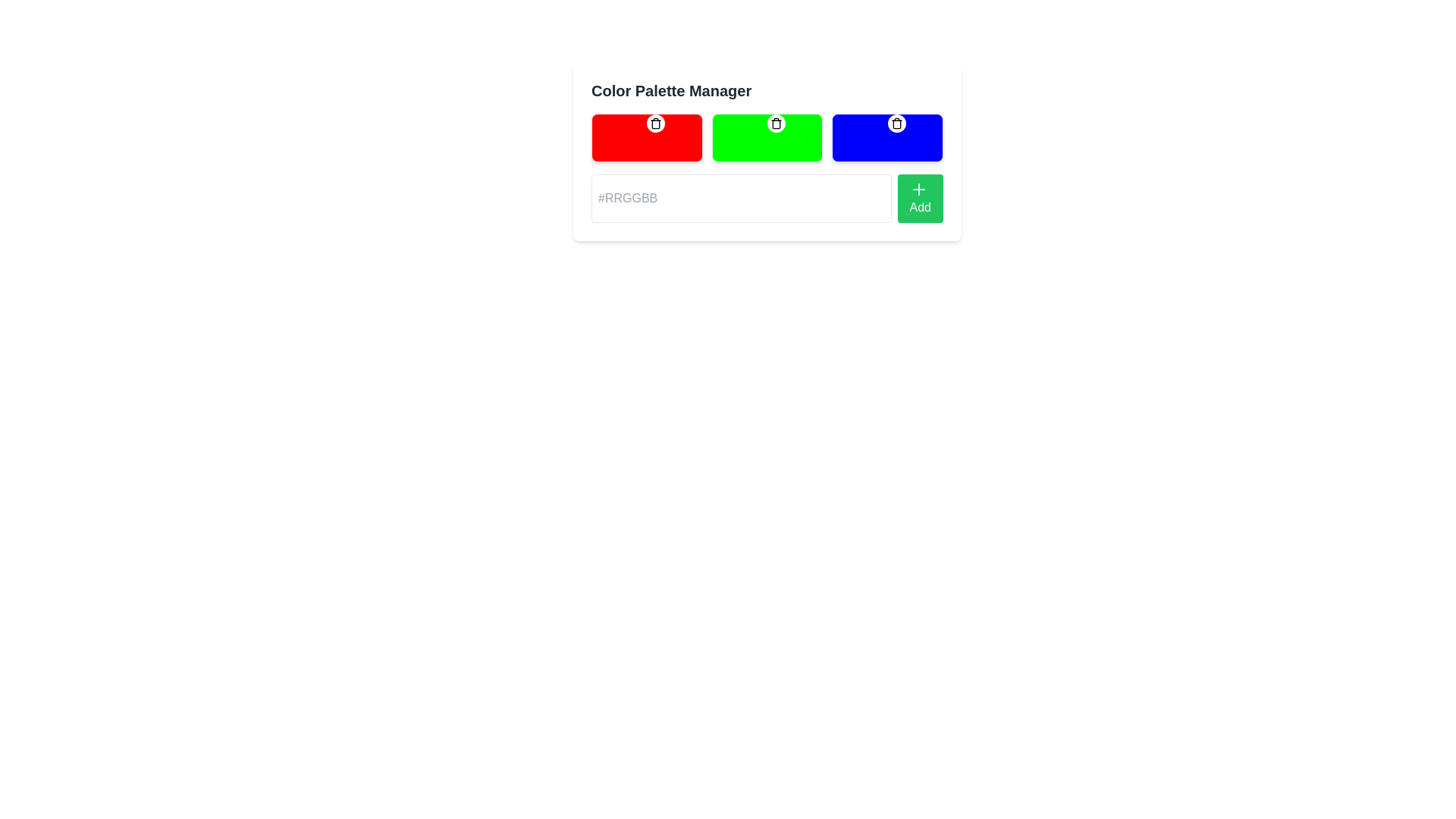  What do you see at coordinates (776, 122) in the screenshot?
I see `the trash can icon button` at bounding box center [776, 122].